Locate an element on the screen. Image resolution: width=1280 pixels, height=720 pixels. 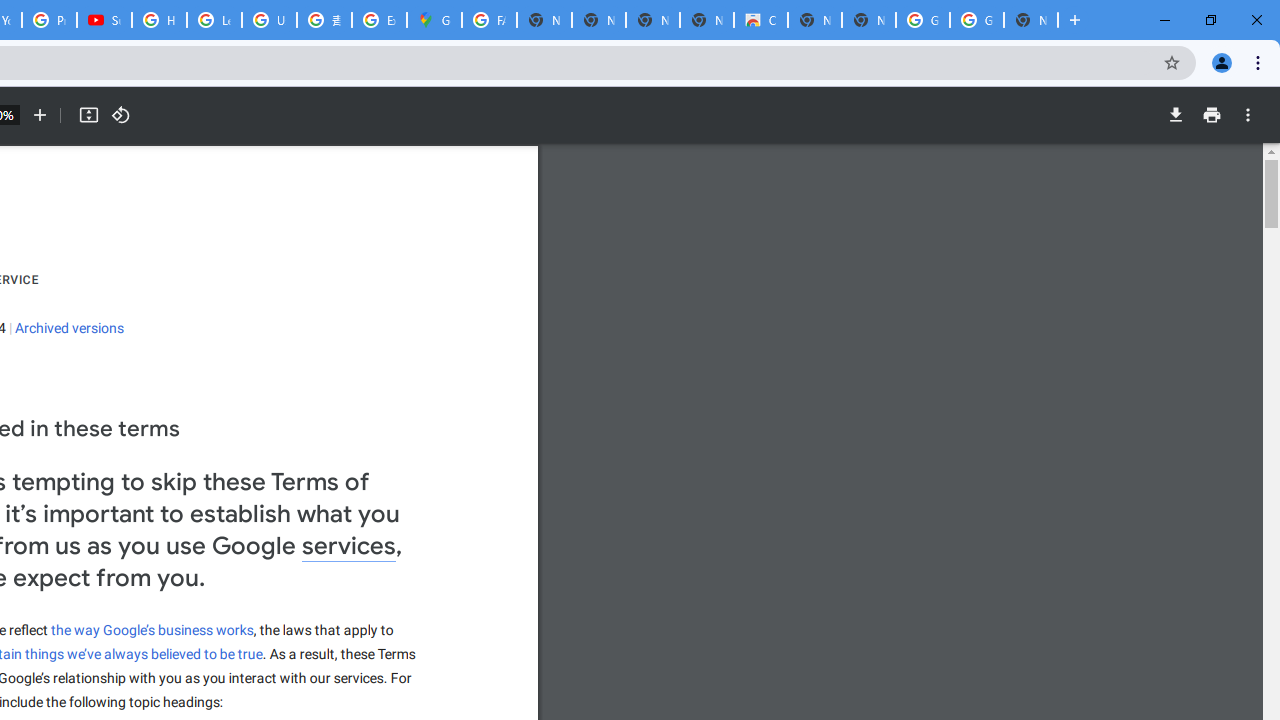
'Rotate counterclockwise' is located at coordinates (119, 115).